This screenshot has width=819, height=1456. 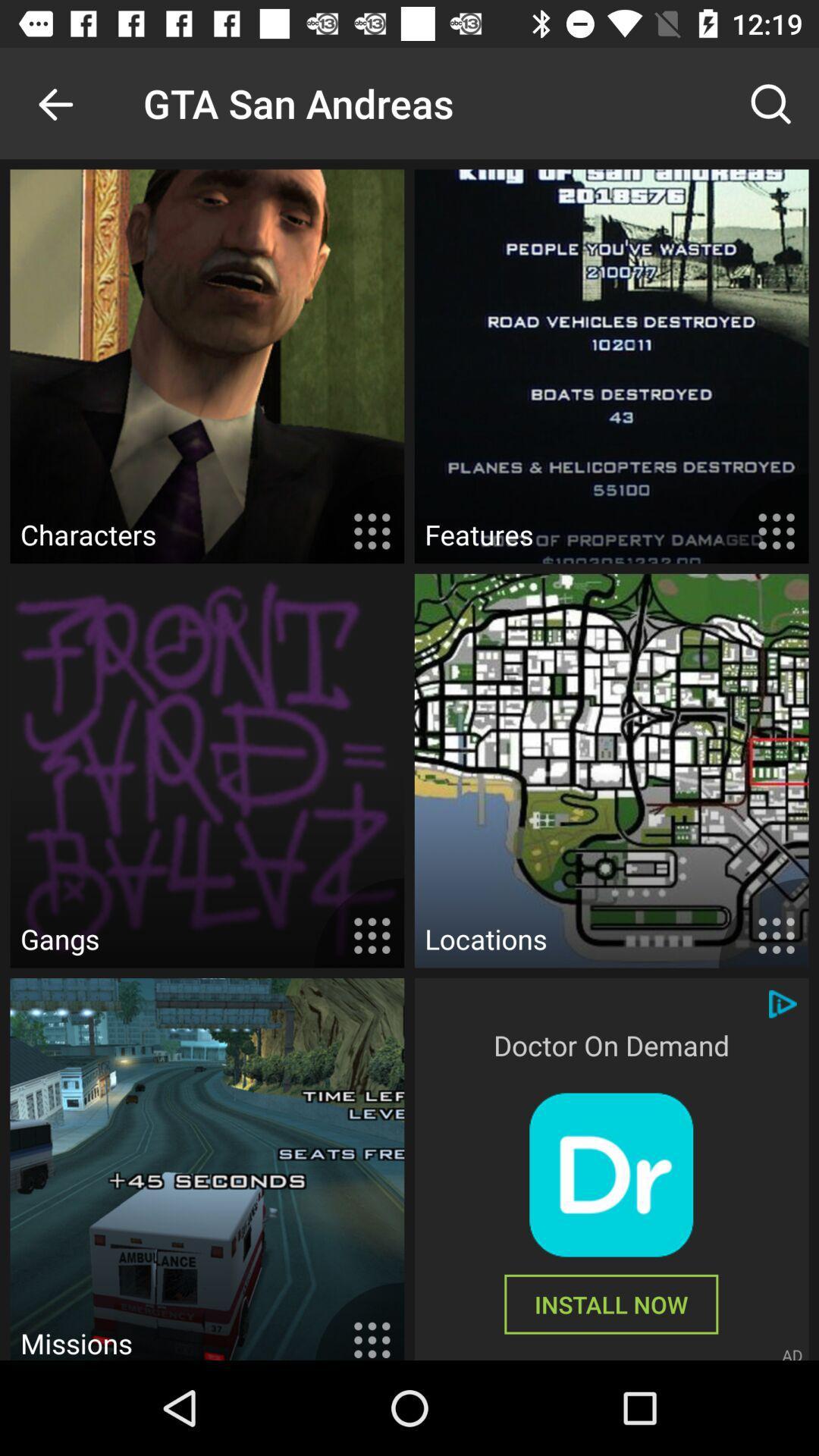 I want to click on the item to the right of gta san andreas icon, so click(x=771, y=102).